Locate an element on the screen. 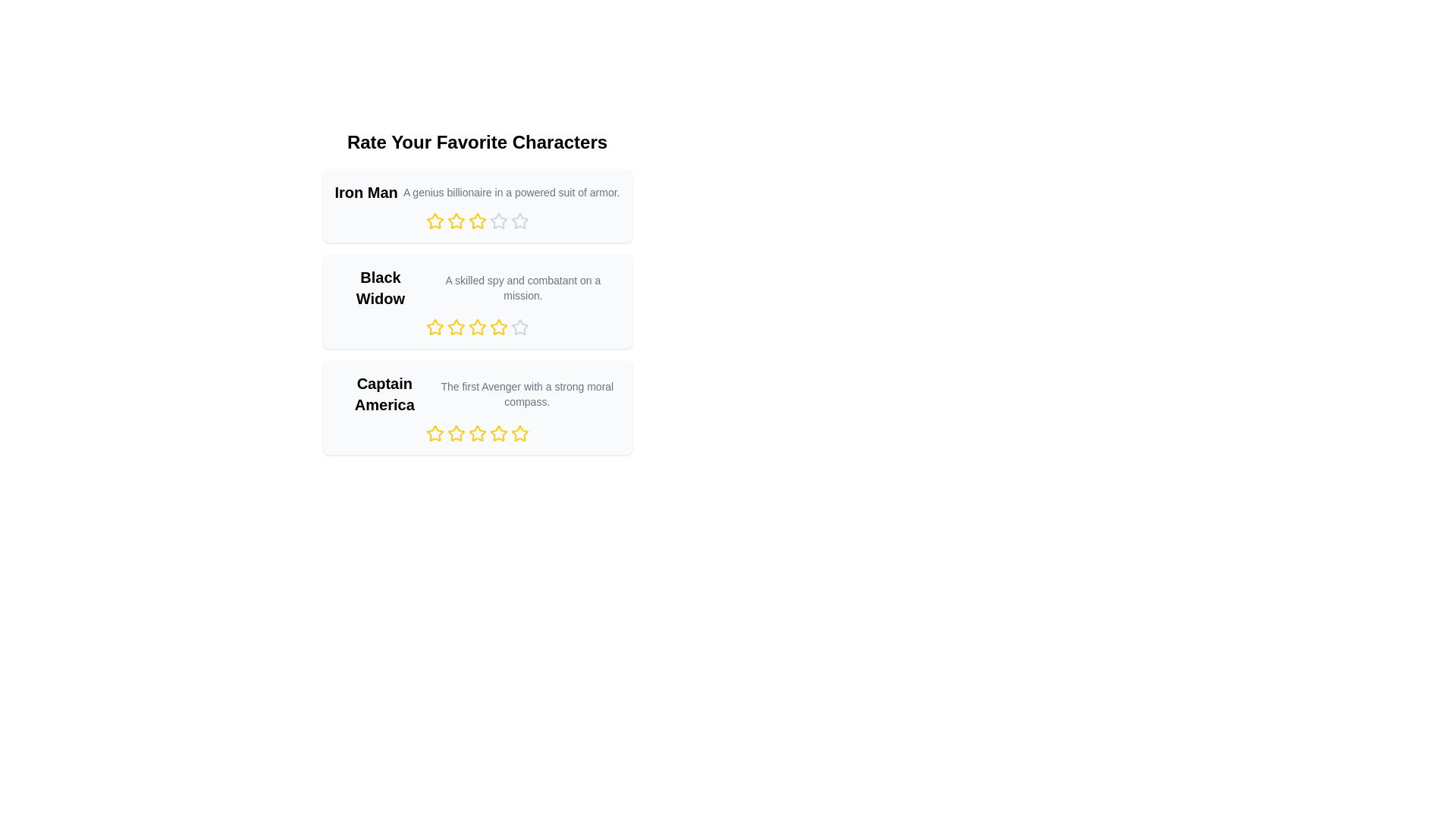  the third star icon in the Rating component under the list item titled 'Captain America' is located at coordinates (476, 433).